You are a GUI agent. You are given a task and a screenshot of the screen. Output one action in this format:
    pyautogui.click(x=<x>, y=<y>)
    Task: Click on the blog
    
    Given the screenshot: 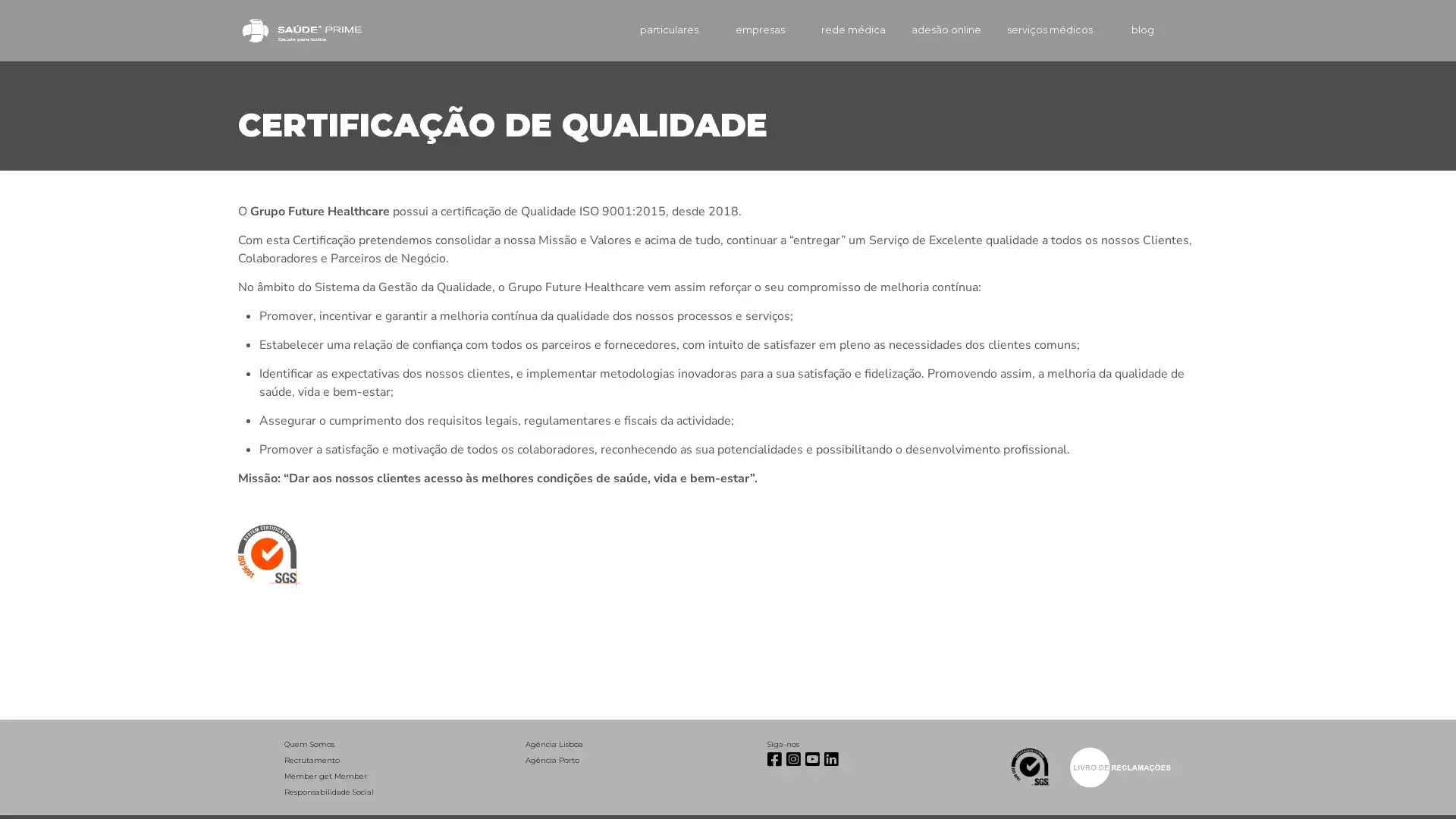 What is the action you would take?
    pyautogui.click(x=1129, y=30)
    